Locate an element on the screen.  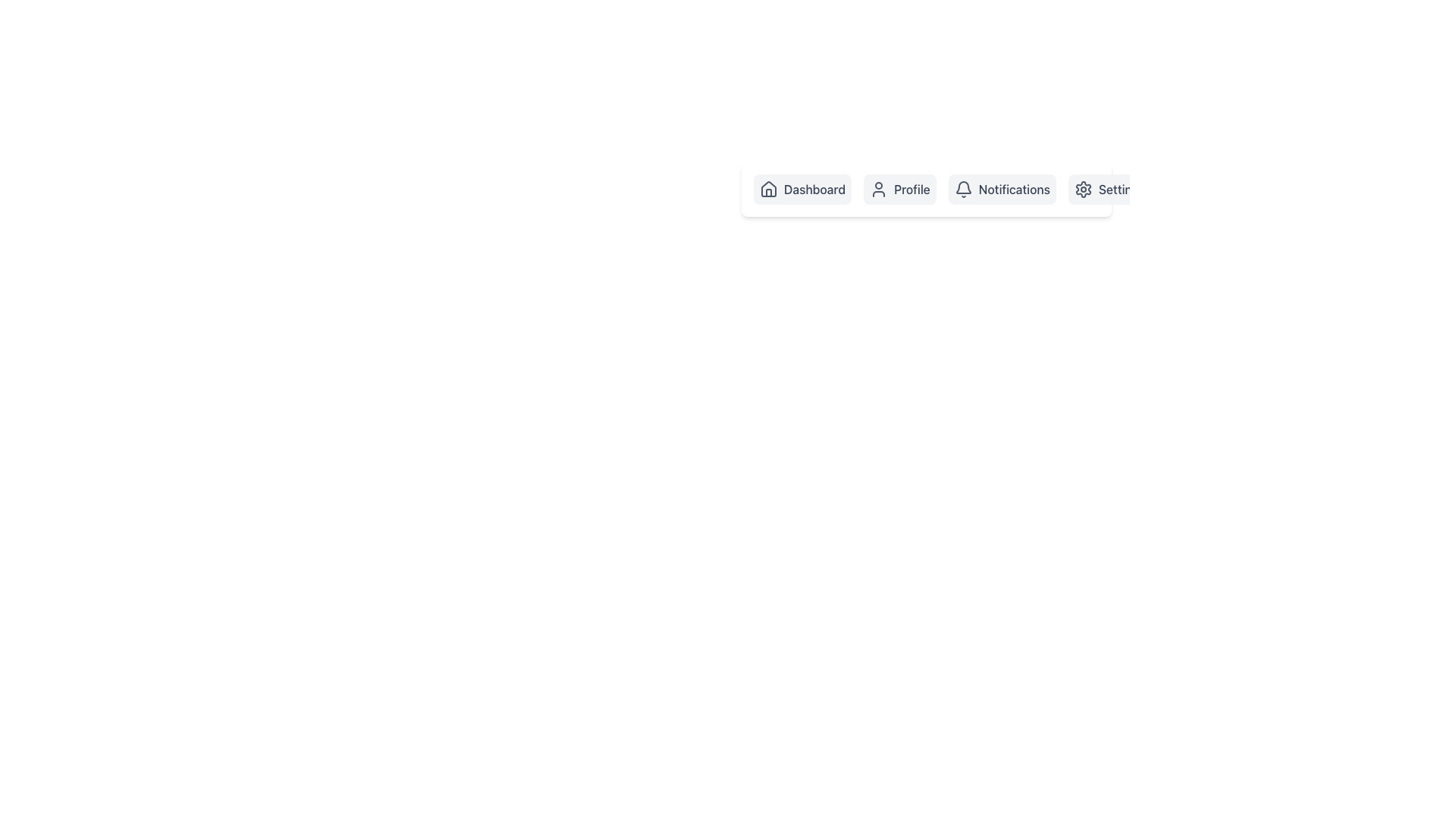
the 'Notifications' text label in the navigation bar is located at coordinates (1014, 189).